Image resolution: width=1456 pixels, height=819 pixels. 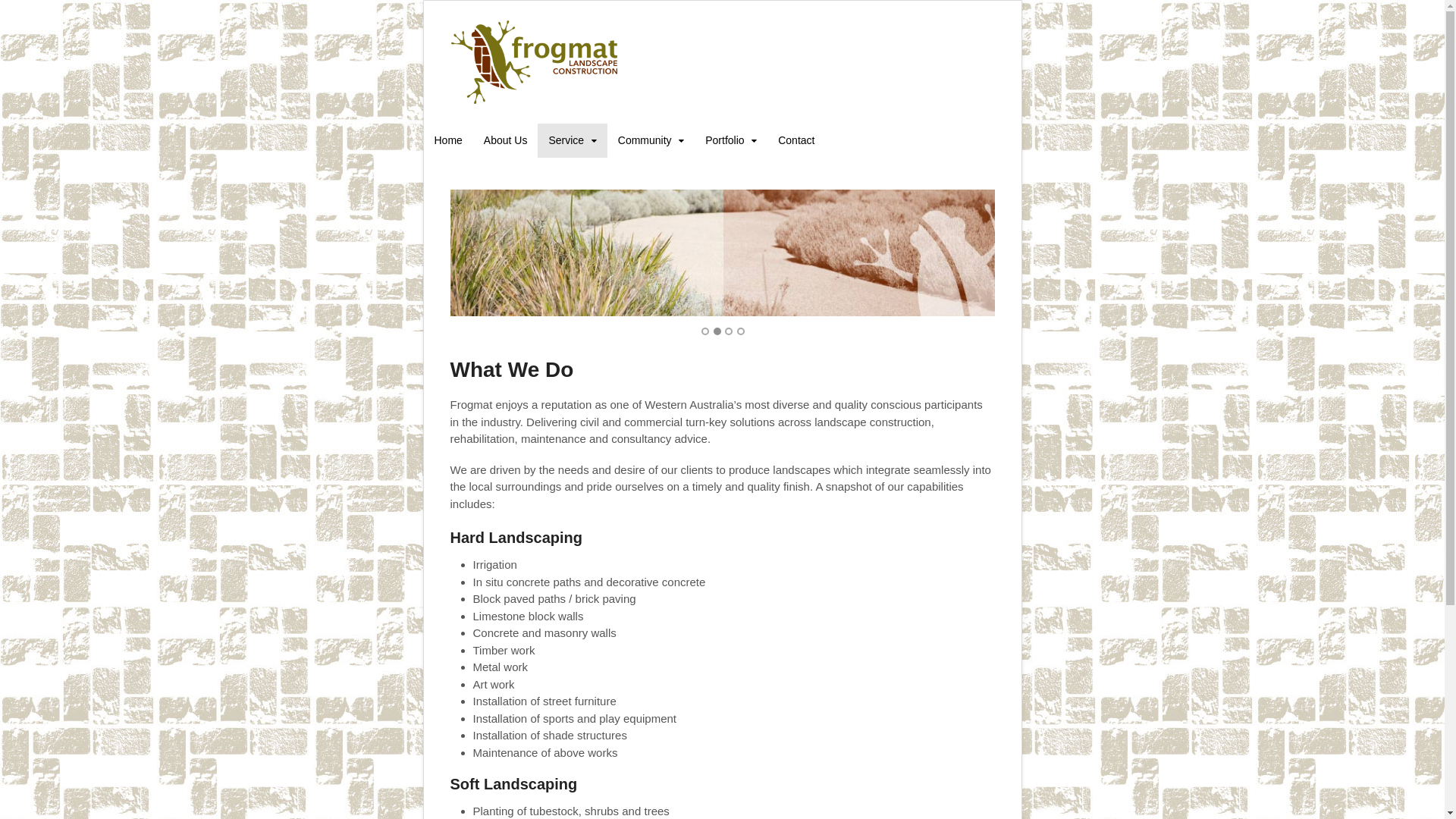 I want to click on 'Community', so click(x=651, y=140).